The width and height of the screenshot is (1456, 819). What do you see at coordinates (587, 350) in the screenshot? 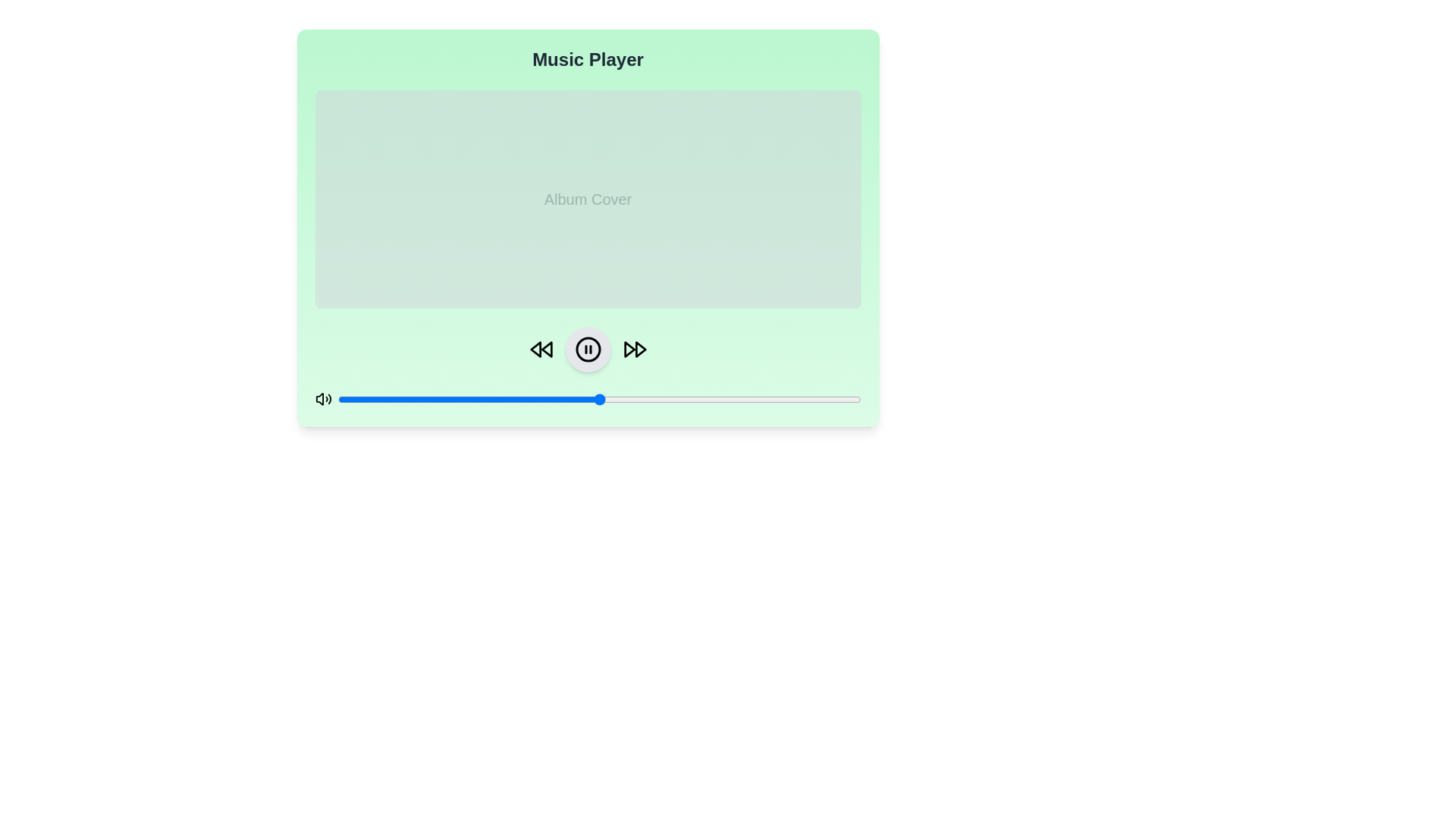
I see `the central button in the audio control section to trigger visual feedback` at bounding box center [587, 350].